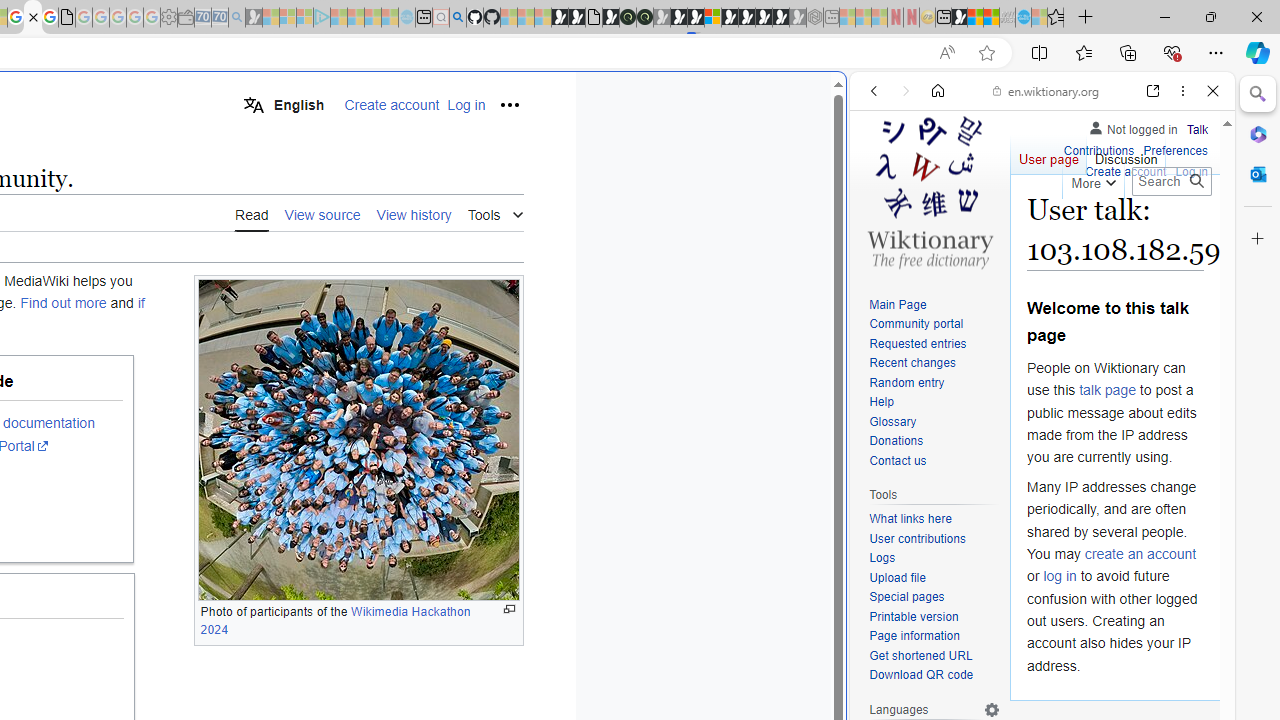 Image resolution: width=1280 pixels, height=720 pixels. I want to click on 'User contributions', so click(934, 538).